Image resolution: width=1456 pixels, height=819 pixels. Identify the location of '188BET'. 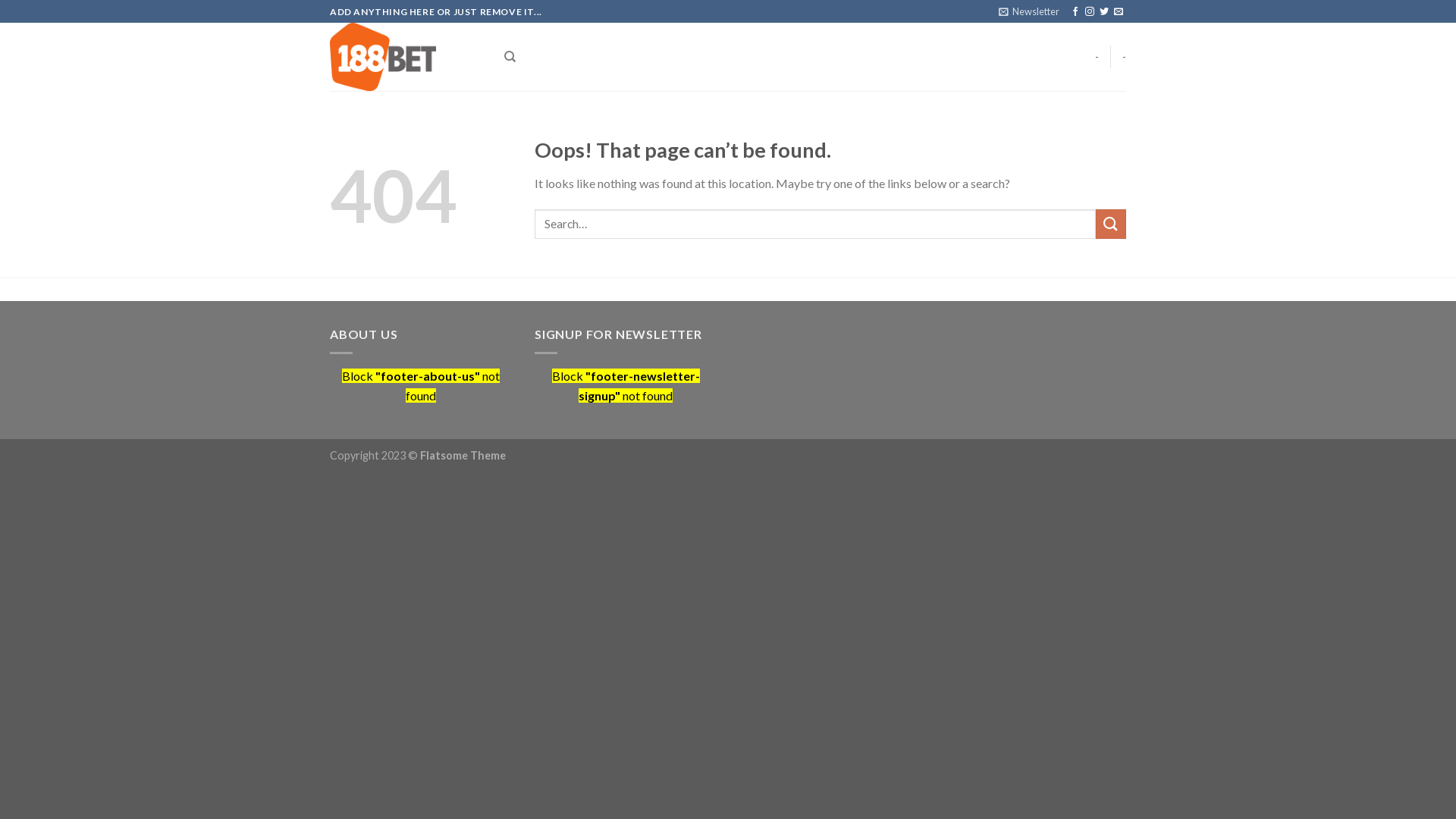
(329, 55).